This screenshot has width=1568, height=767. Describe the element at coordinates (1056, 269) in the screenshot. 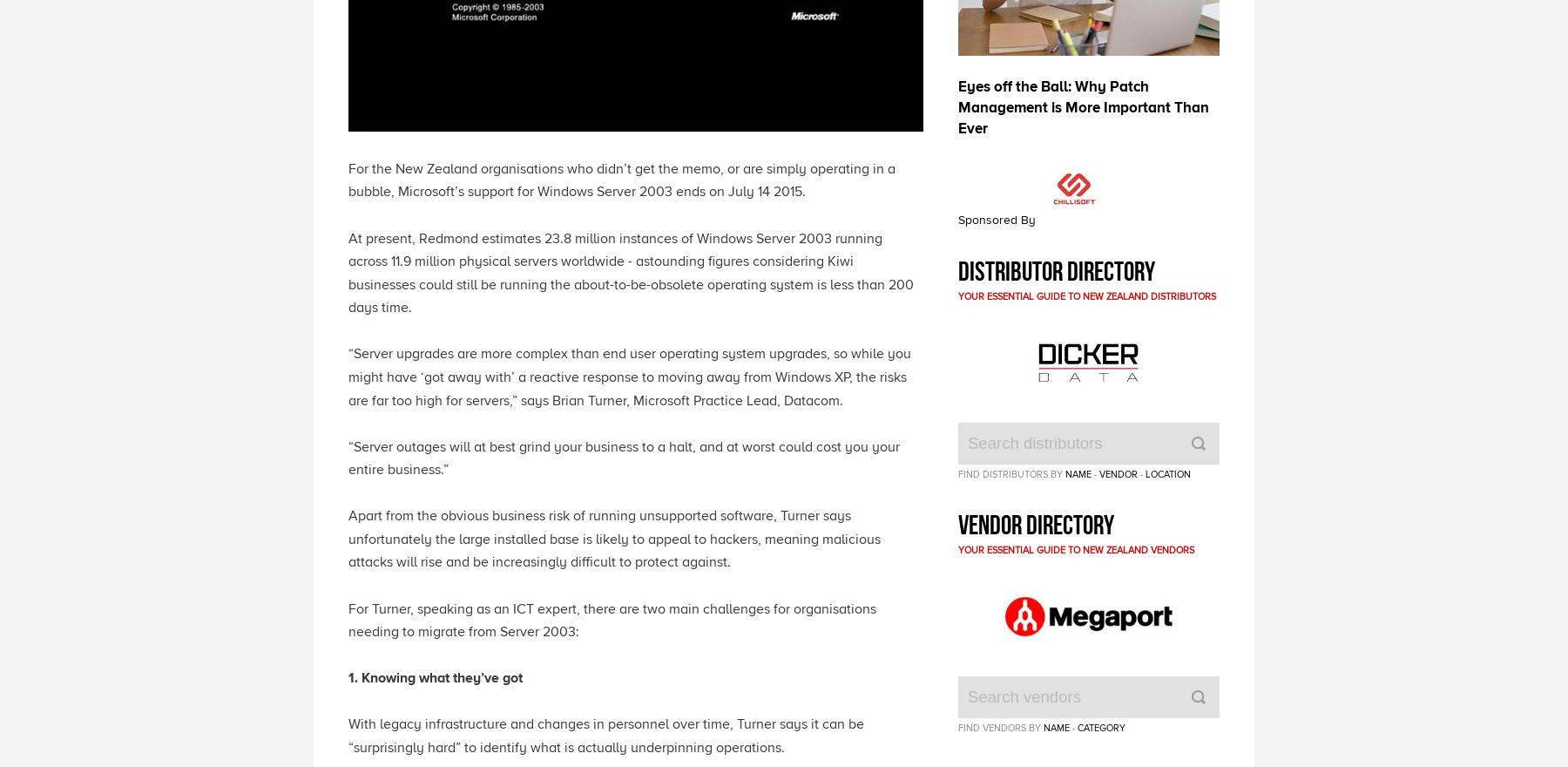

I see `'Distributor Directory'` at that location.